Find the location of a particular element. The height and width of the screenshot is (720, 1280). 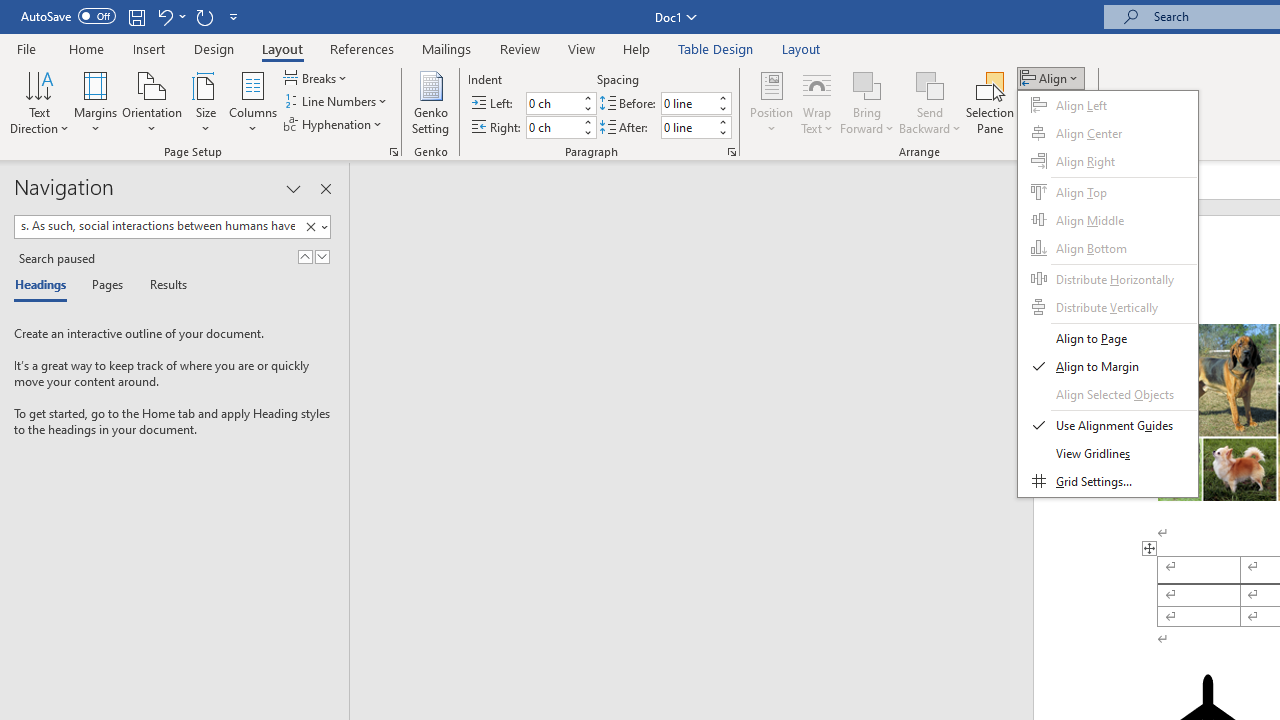

'Margins' is located at coordinates (95, 103).